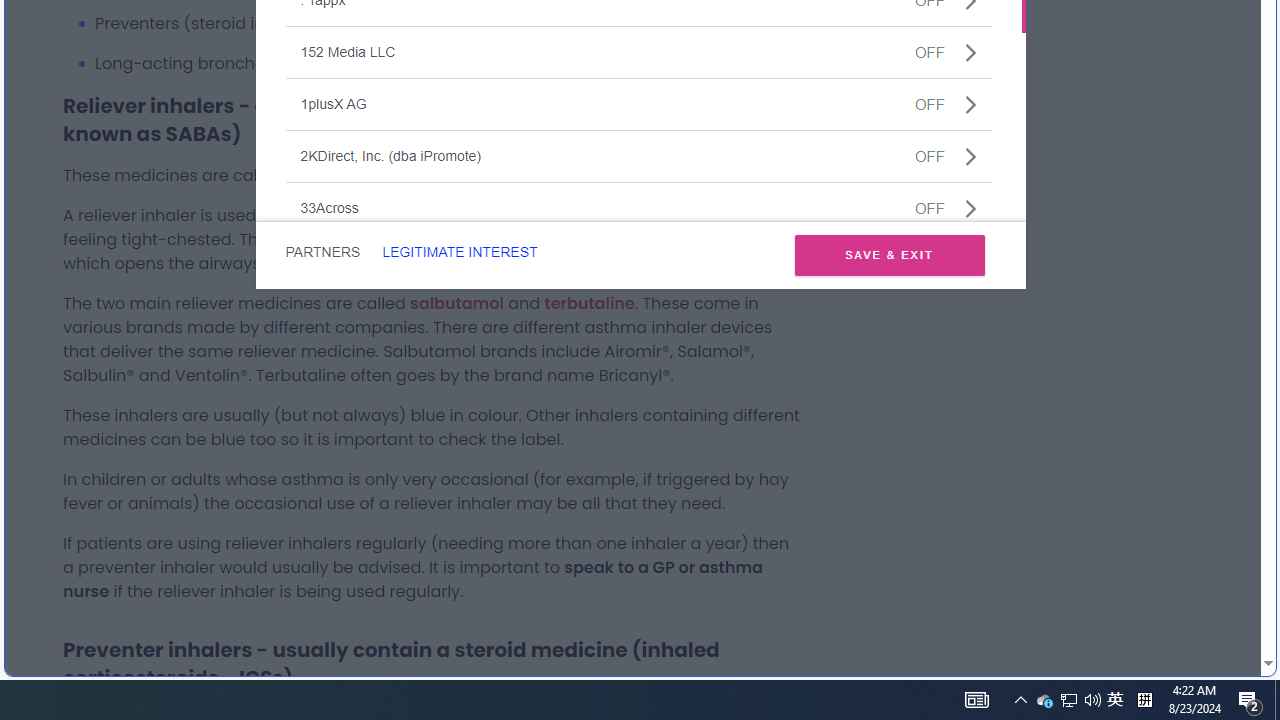 Image resolution: width=1280 pixels, height=720 pixels. Describe the element at coordinates (323, 250) in the screenshot. I see `'PARTNERS'` at that location.